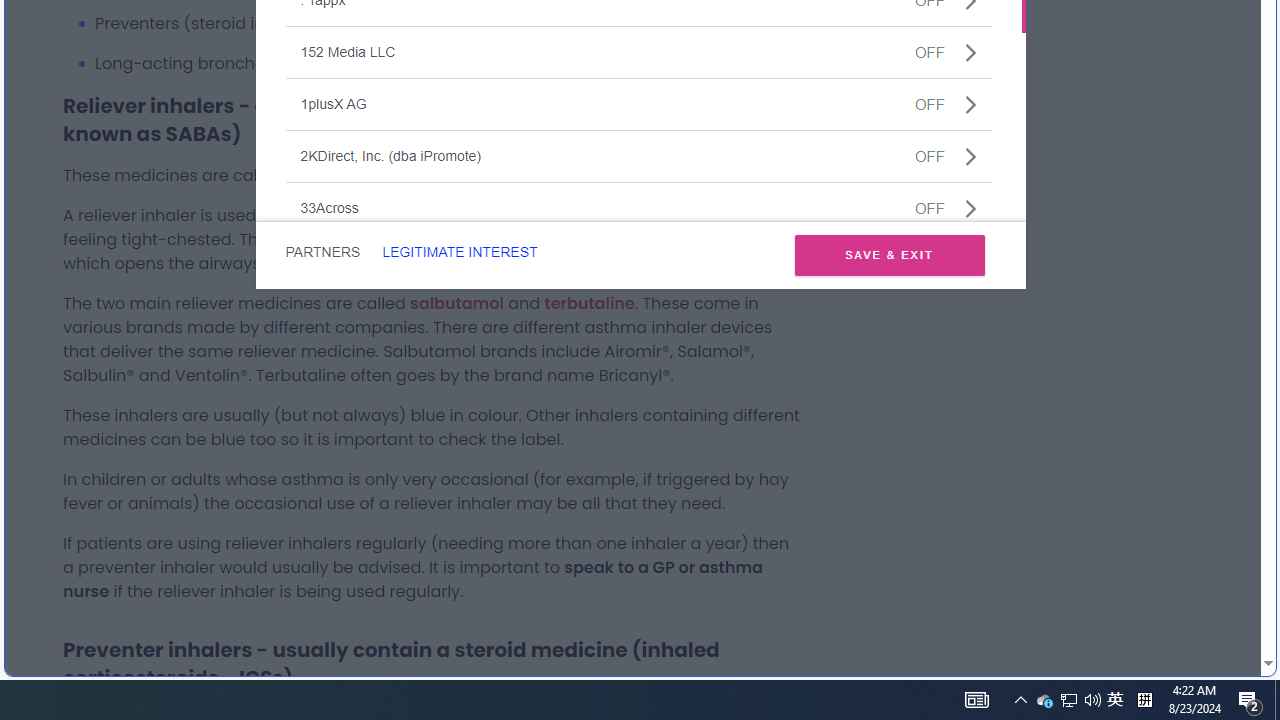 Image resolution: width=1280 pixels, height=720 pixels. Describe the element at coordinates (323, 250) in the screenshot. I see `'PARTNERS'` at that location.